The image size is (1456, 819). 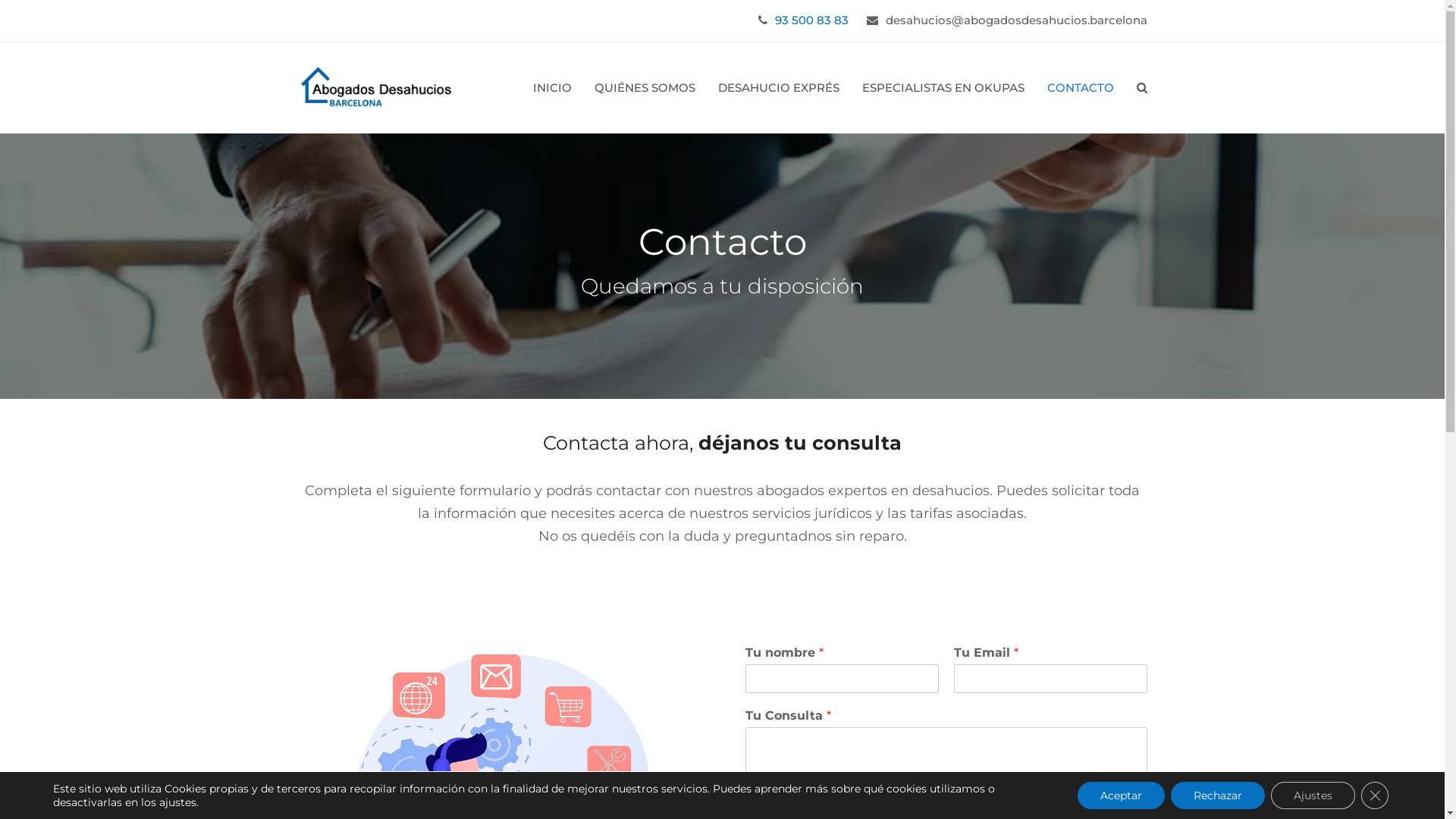 I want to click on 'CONTACTO', so click(x=1035, y=87).